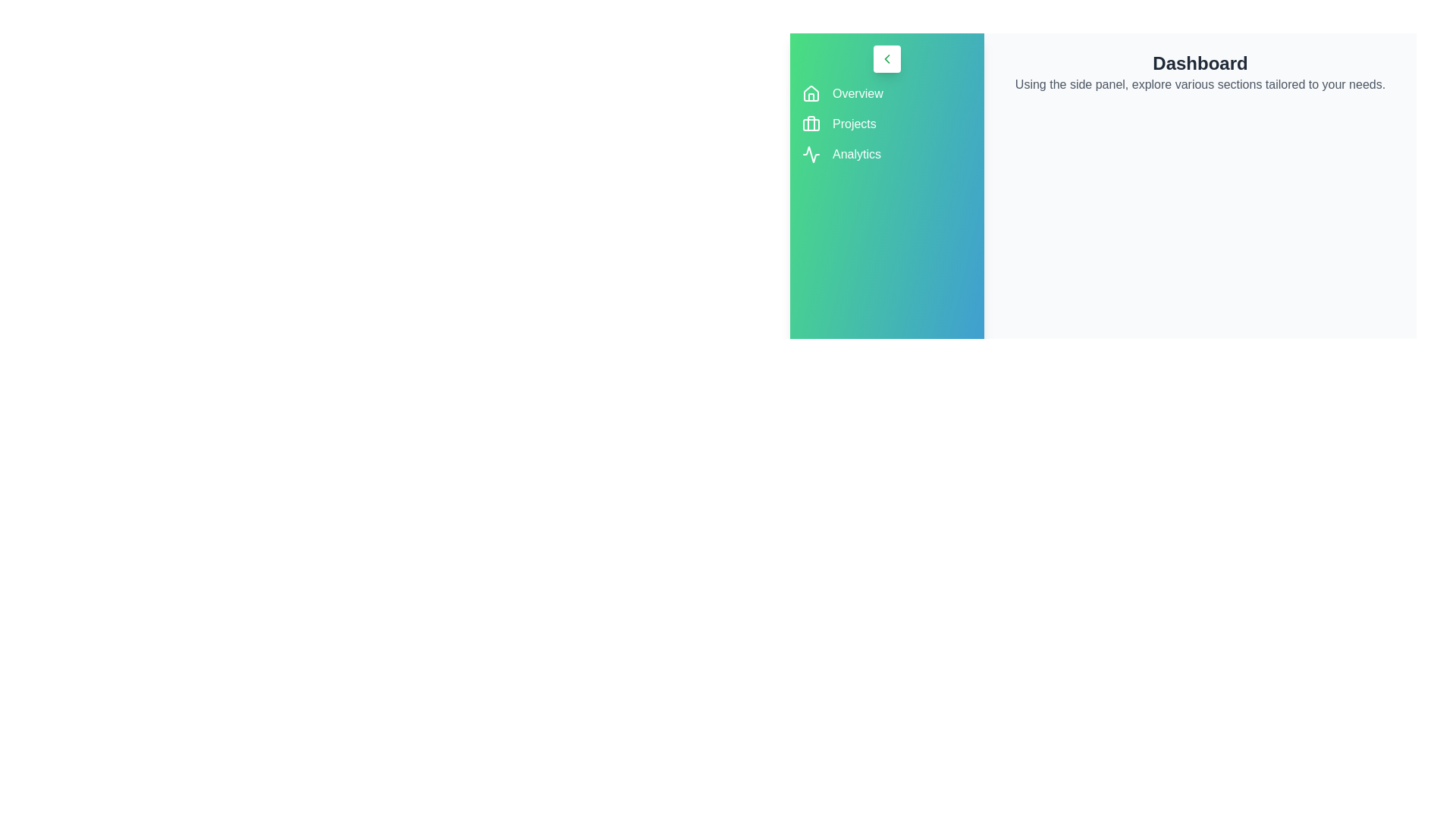  What do you see at coordinates (856, 155) in the screenshot?
I see `the menu item Analytics to navigate to the corresponding section` at bounding box center [856, 155].